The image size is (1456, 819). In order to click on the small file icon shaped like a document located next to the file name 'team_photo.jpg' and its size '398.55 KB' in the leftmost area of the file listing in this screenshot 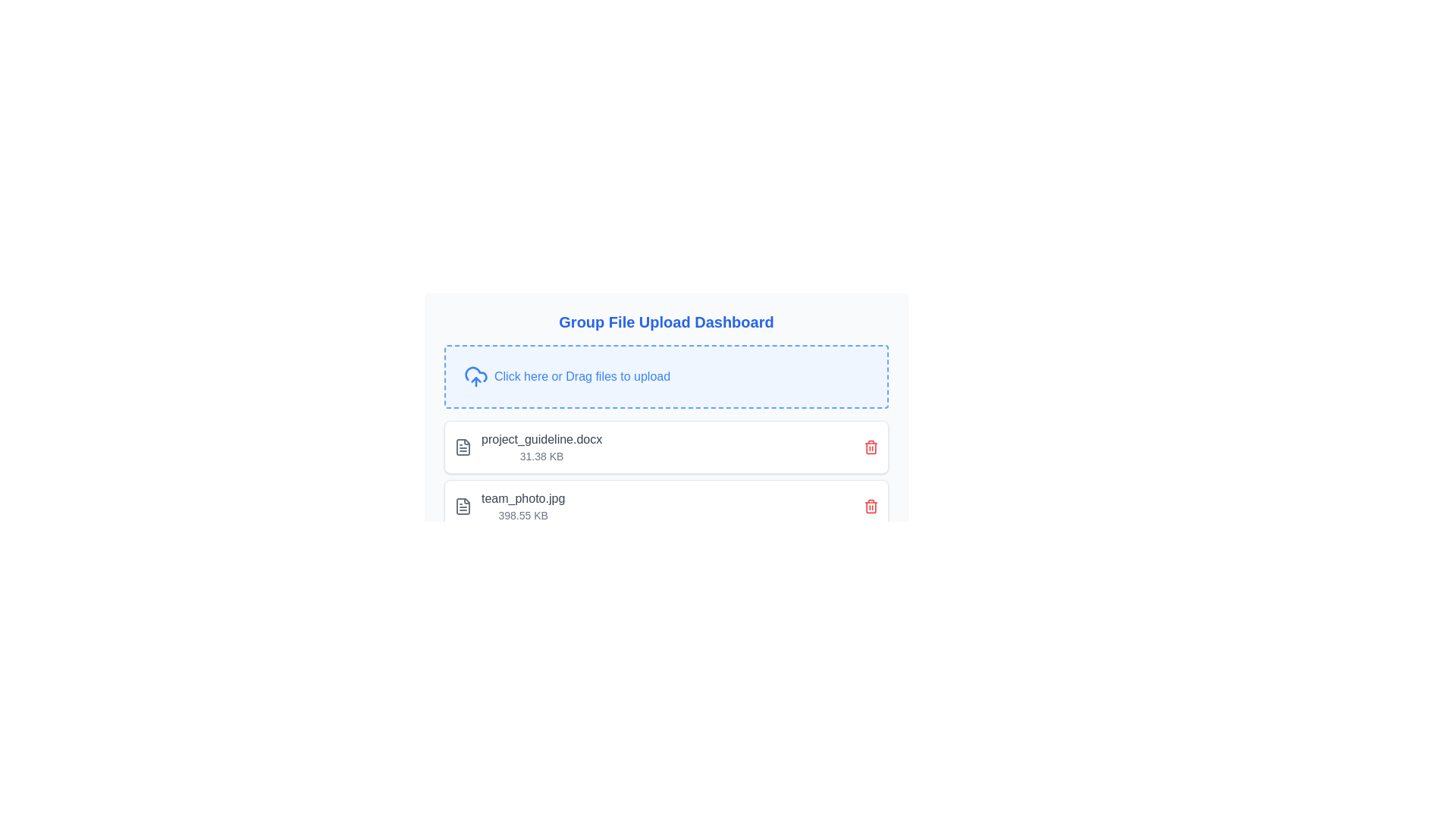, I will do `click(462, 506)`.